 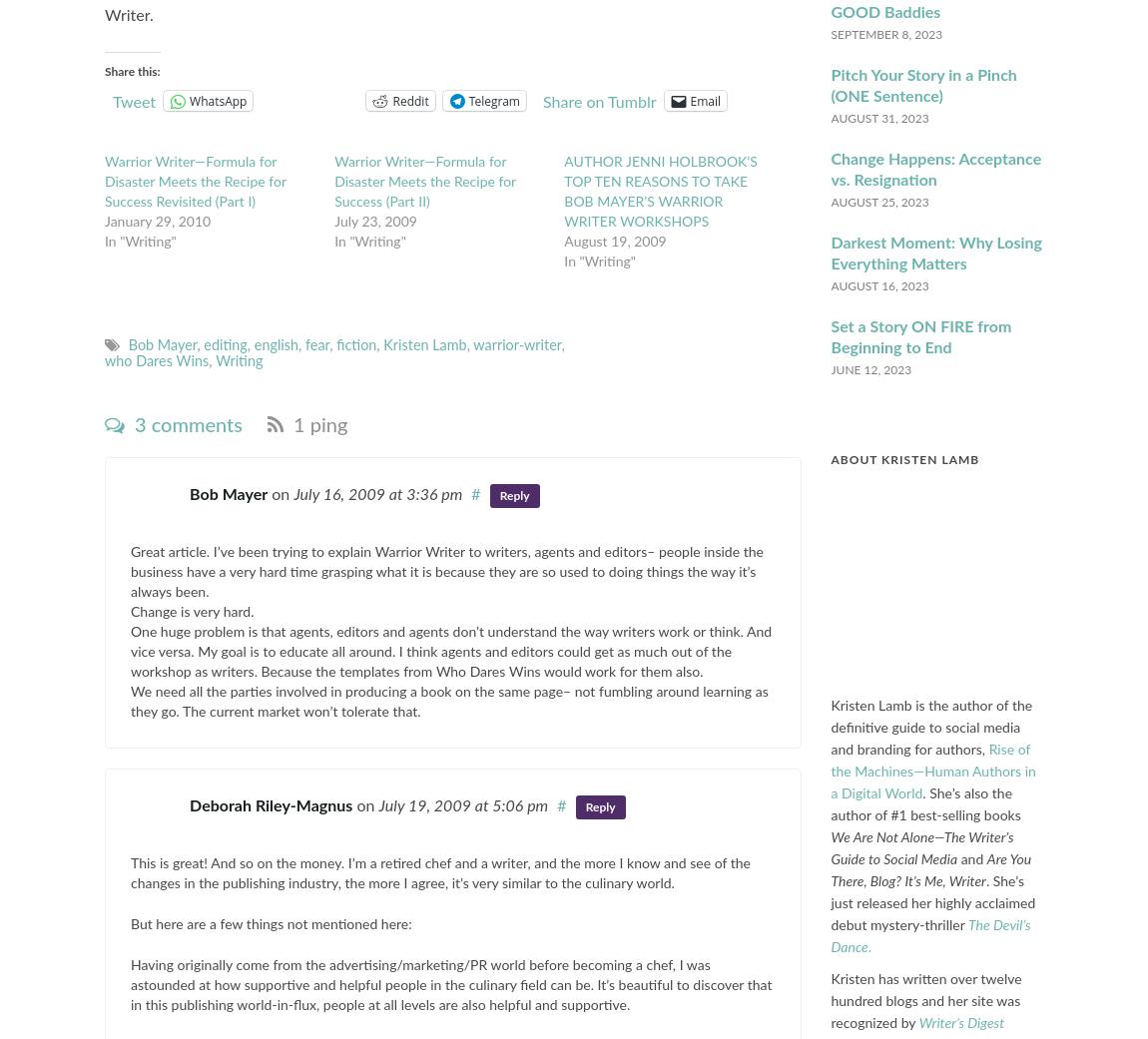 I want to click on 'We need all the parties involved in producing a book on the same page– not fumbling around learning as they go.  The current market won’t tolerate that.', so click(x=448, y=702).